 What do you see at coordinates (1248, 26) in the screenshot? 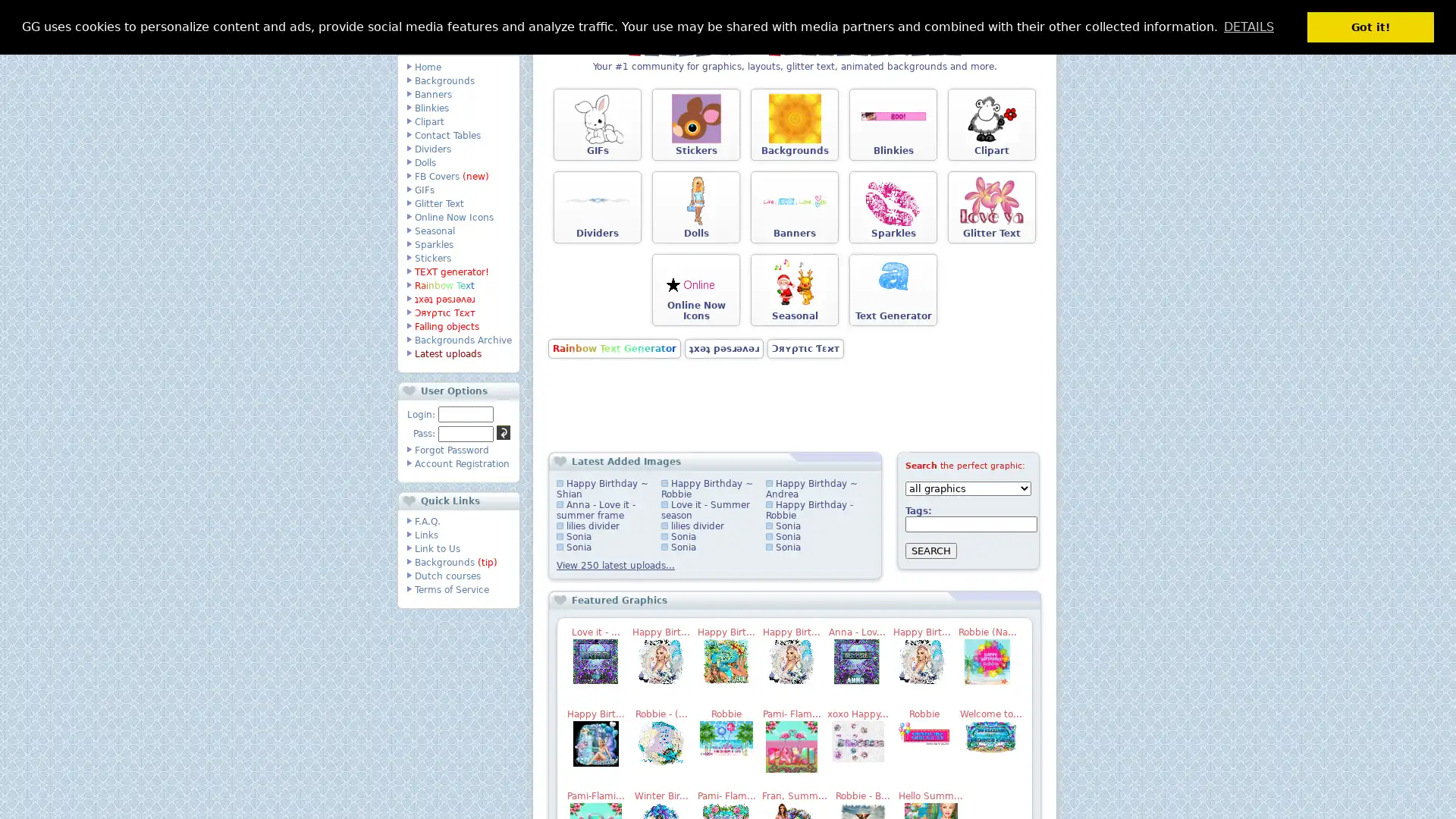
I see `learn more about cookies` at bounding box center [1248, 26].